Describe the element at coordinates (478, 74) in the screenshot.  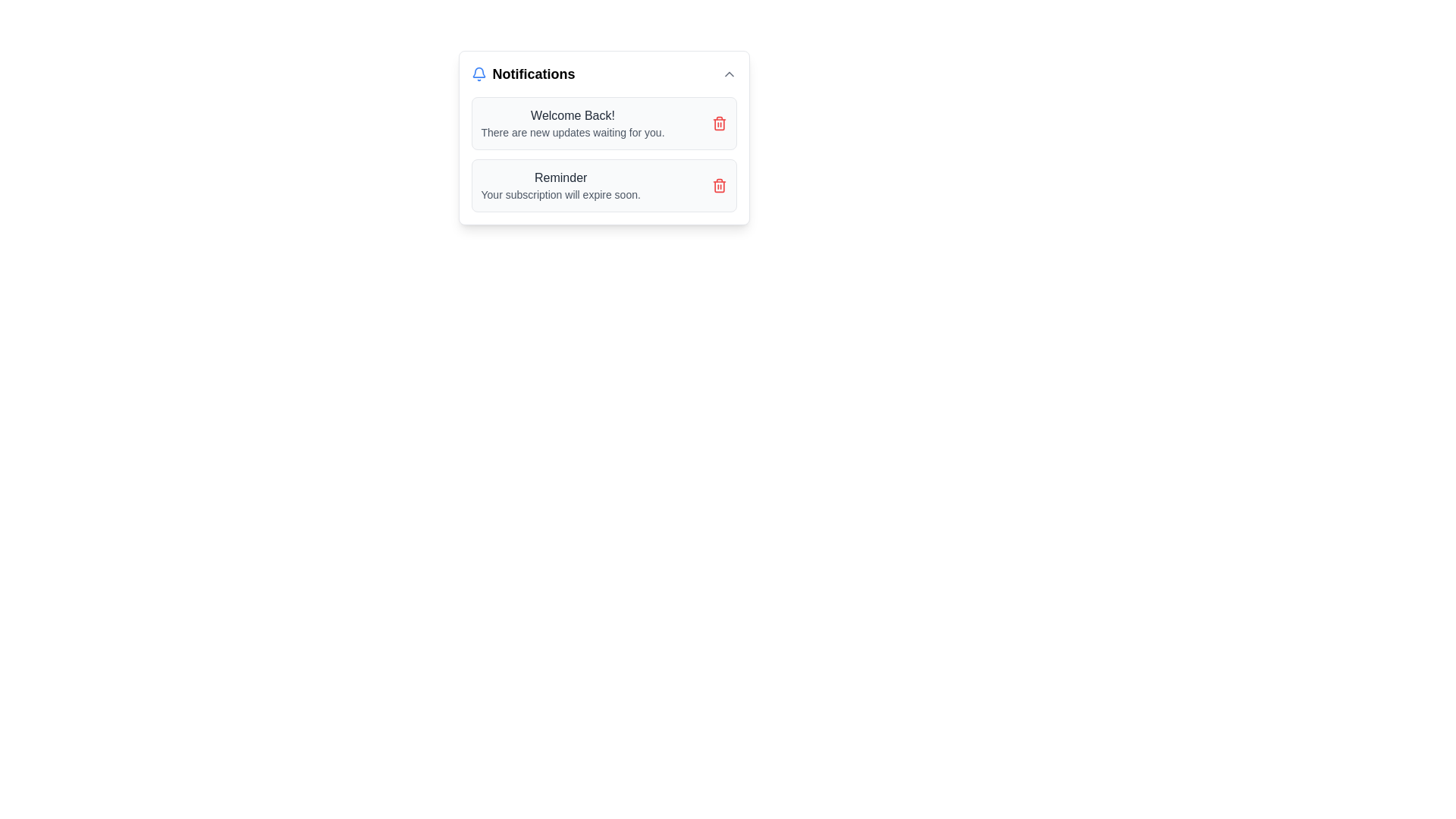
I see `the bell icon with a blue stroke located to the left of the 'Notifications' text` at that location.